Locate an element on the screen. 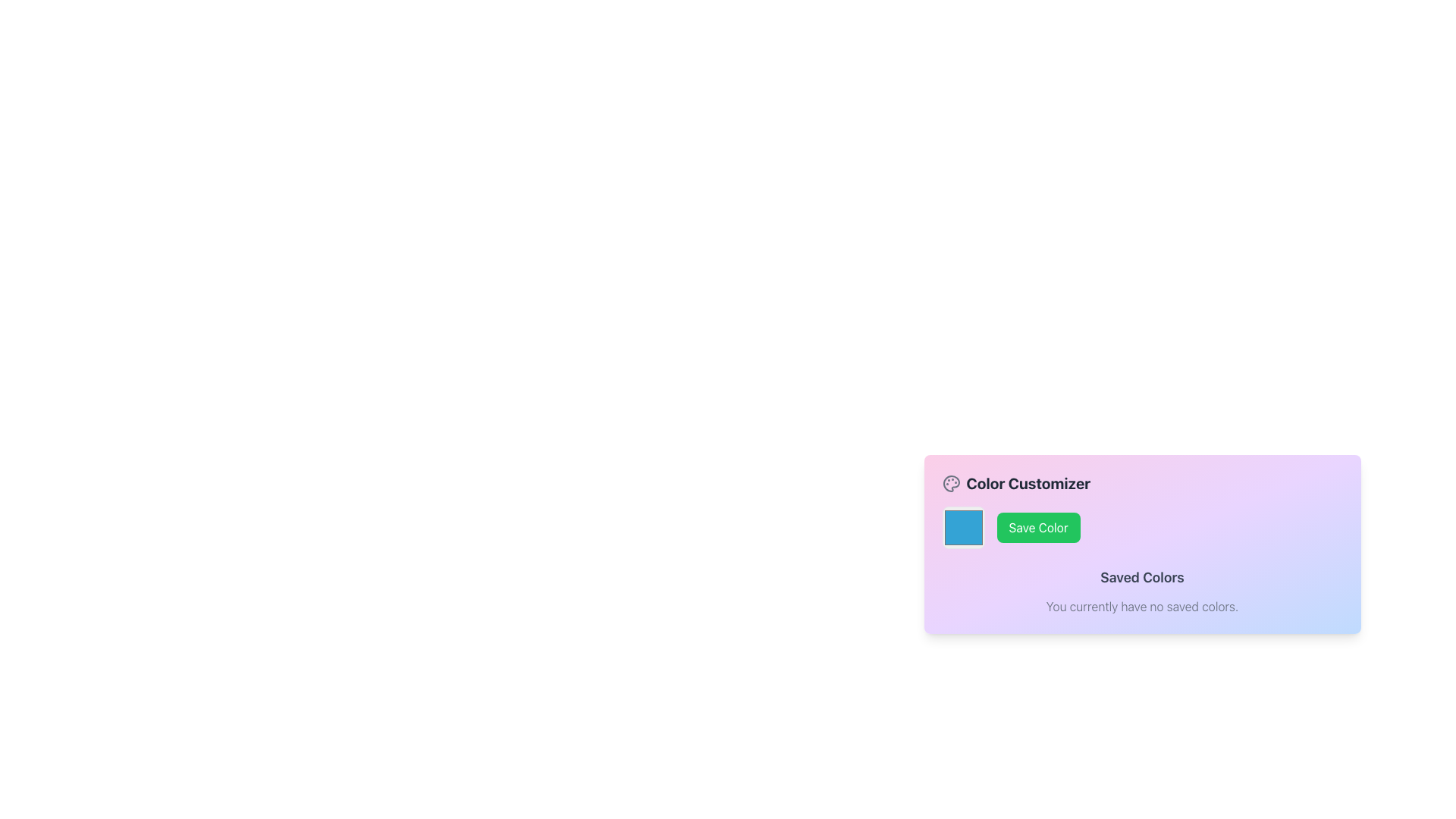 Image resolution: width=1456 pixels, height=819 pixels. the main circular base of the palette icon located to the left of the 'Color Customizer' text in the card UI component is located at coordinates (950, 483).